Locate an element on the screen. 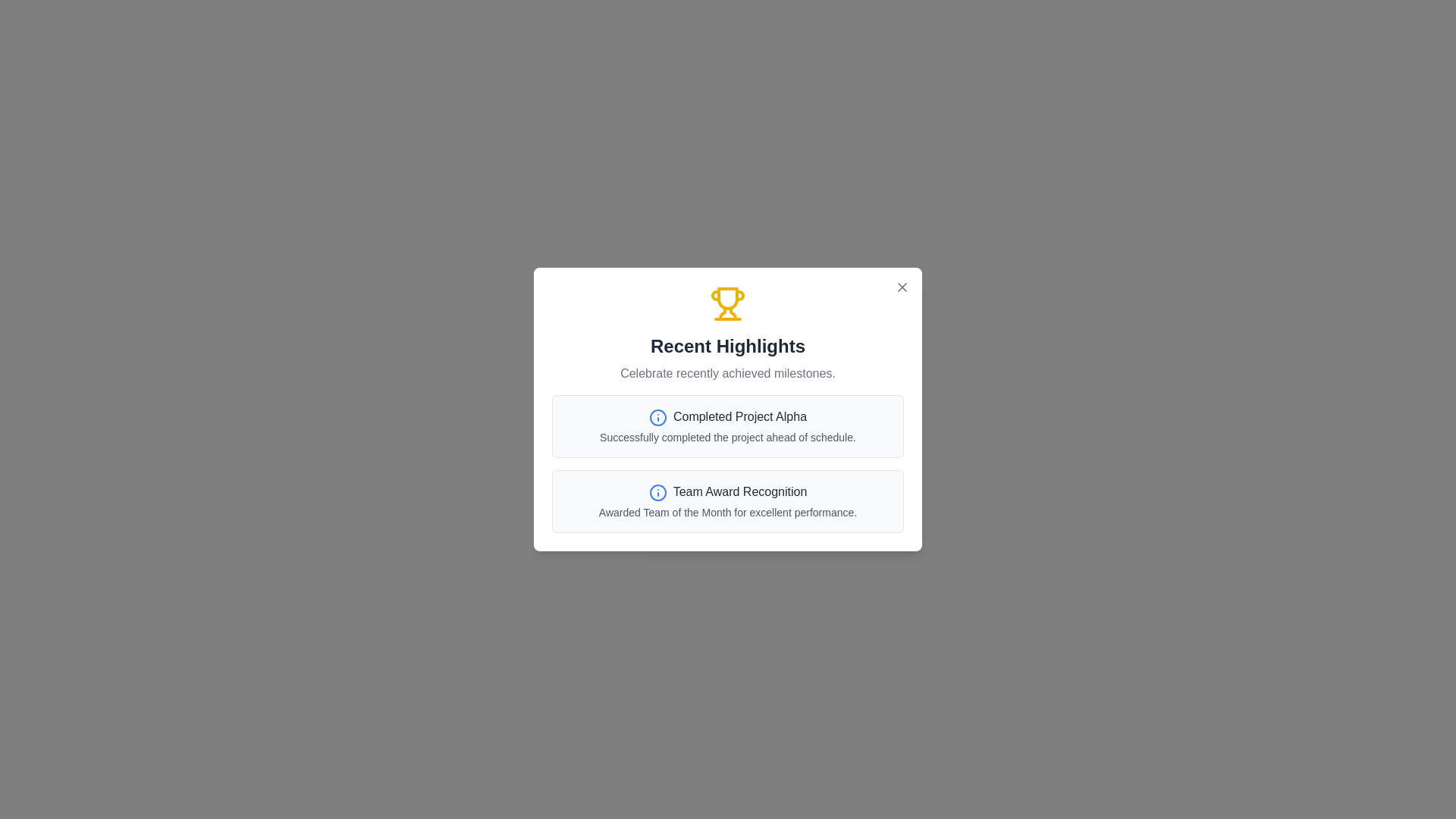  text content of the label displaying 'Awarded Team of the Month for excellent performance.' located beneath the 'Team Award Recognition' heading is located at coordinates (728, 512).